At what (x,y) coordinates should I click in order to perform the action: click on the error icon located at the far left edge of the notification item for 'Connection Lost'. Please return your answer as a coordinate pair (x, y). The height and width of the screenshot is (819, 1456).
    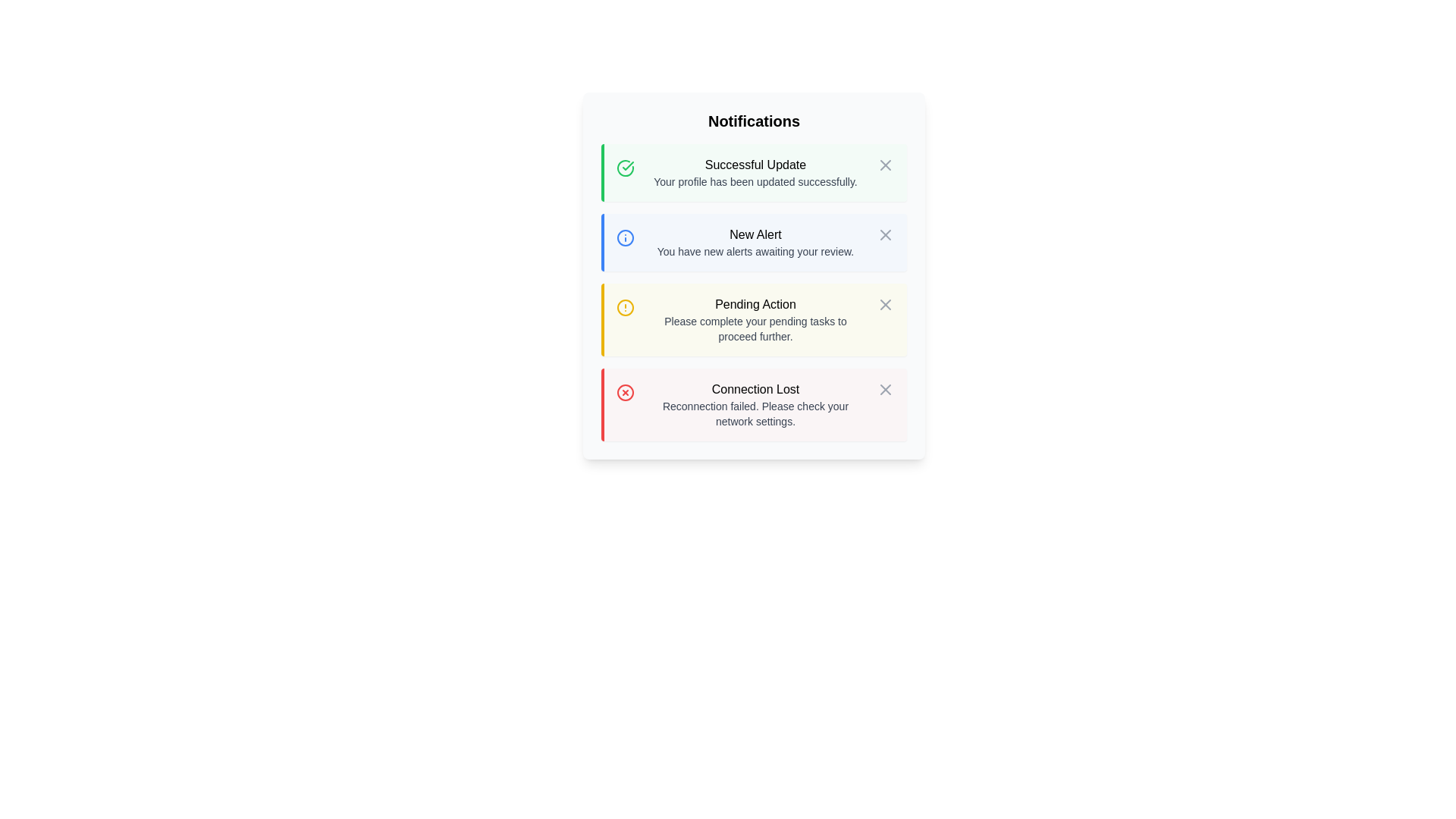
    Looking at the image, I should click on (626, 391).